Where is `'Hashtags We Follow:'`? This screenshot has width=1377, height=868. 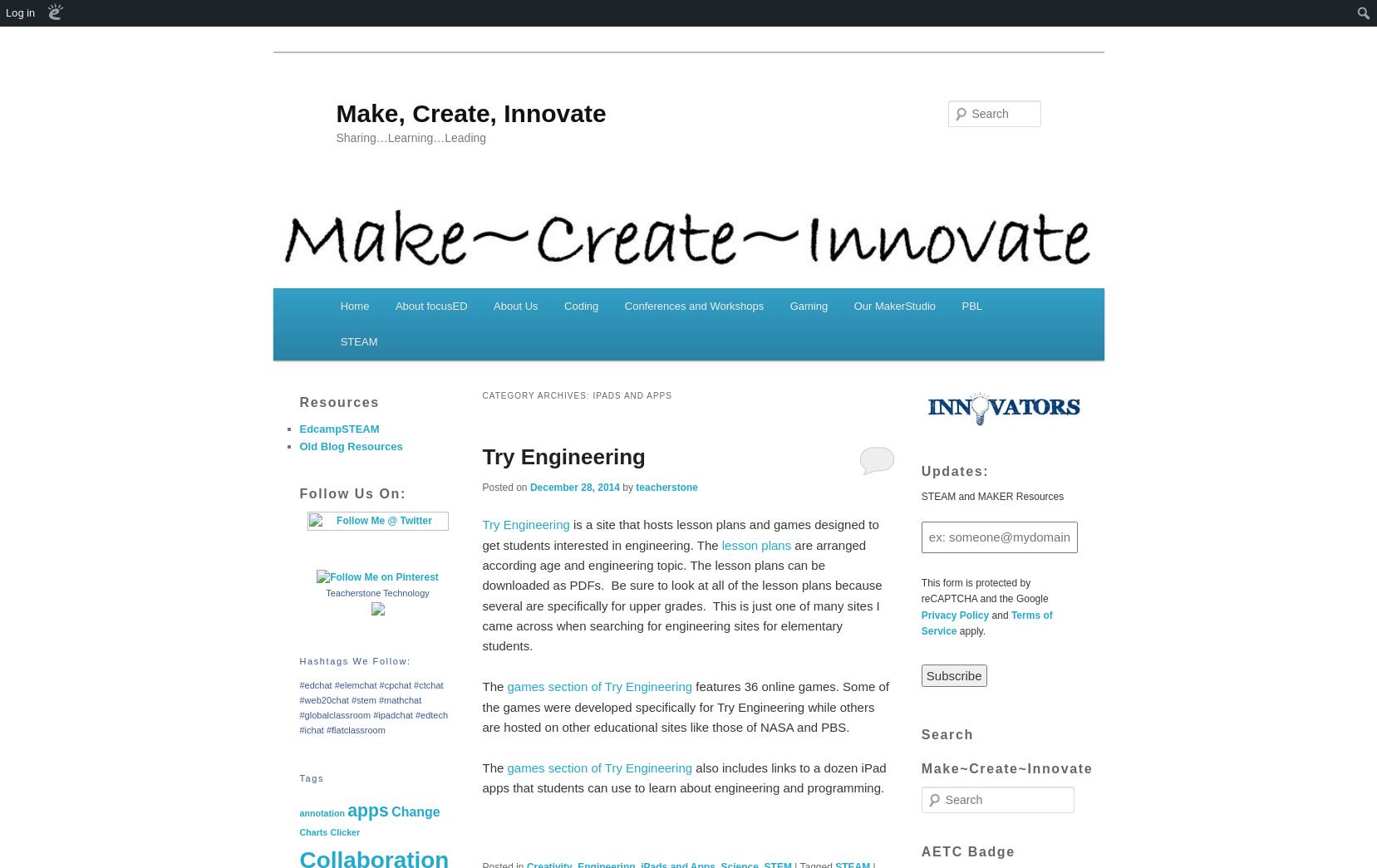
'Hashtags We Follow:' is located at coordinates (354, 660).